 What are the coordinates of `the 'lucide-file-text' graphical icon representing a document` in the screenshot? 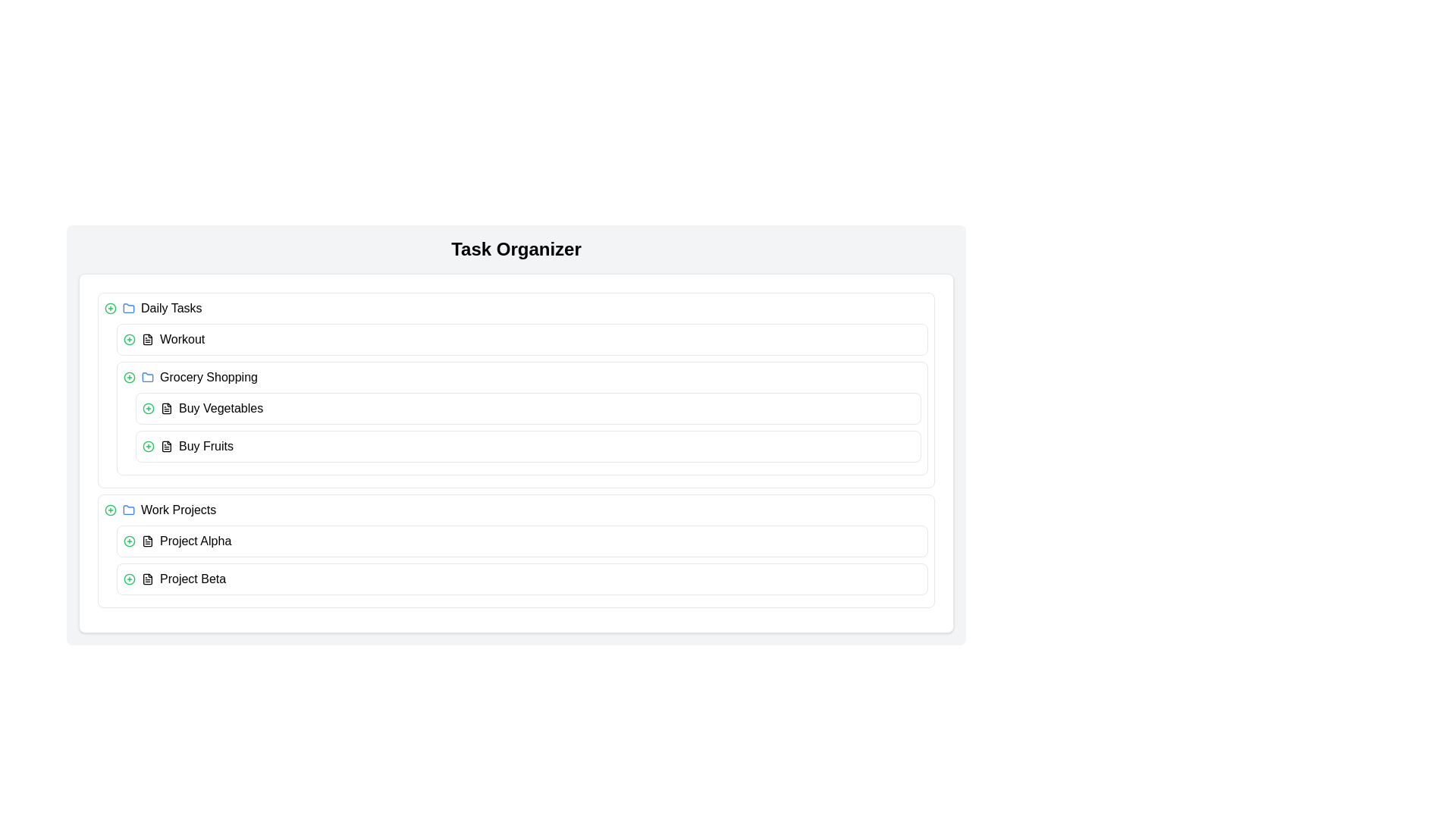 It's located at (148, 338).